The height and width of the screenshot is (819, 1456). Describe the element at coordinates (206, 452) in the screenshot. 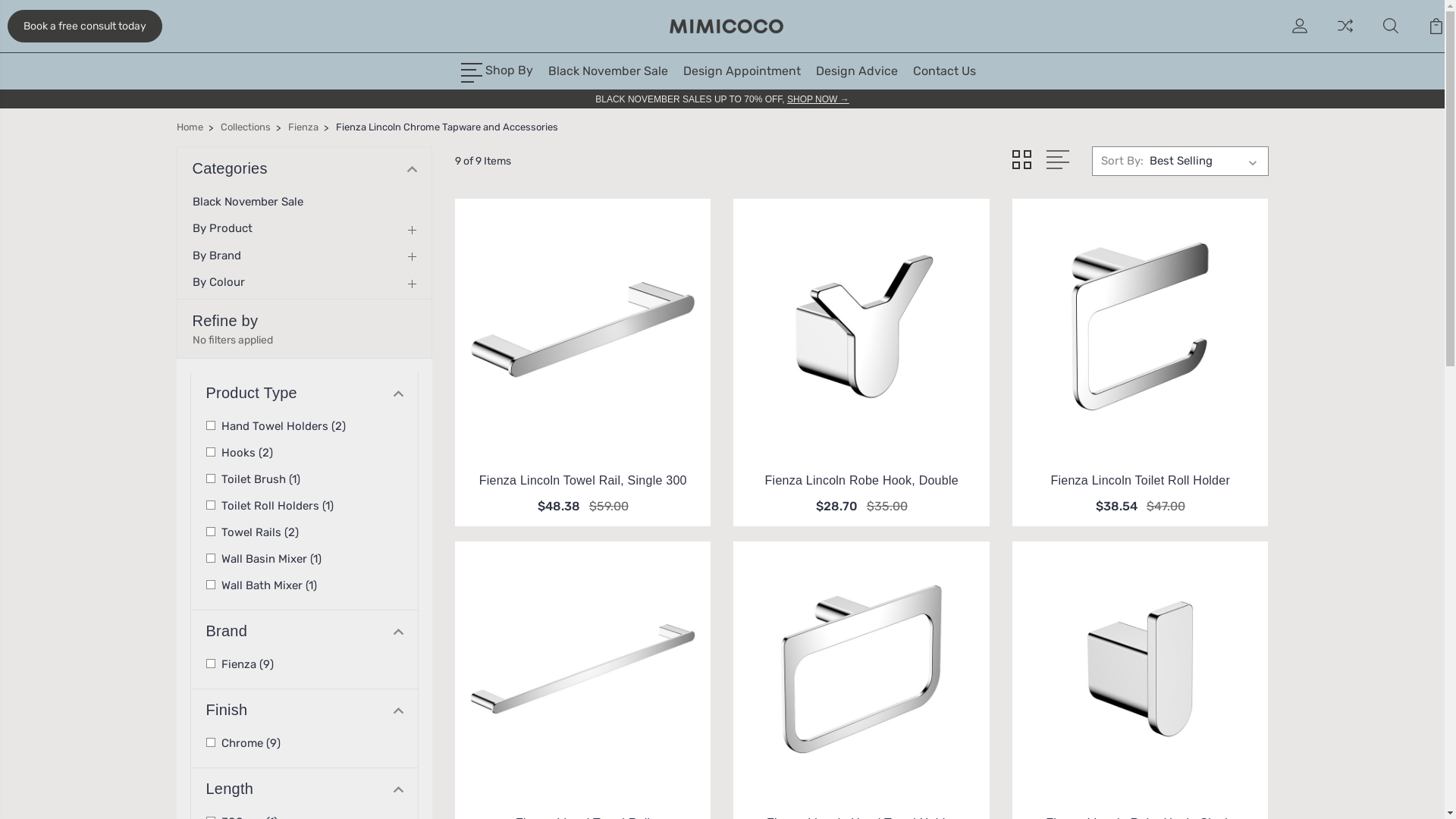

I see `'Hooks (2)'` at that location.